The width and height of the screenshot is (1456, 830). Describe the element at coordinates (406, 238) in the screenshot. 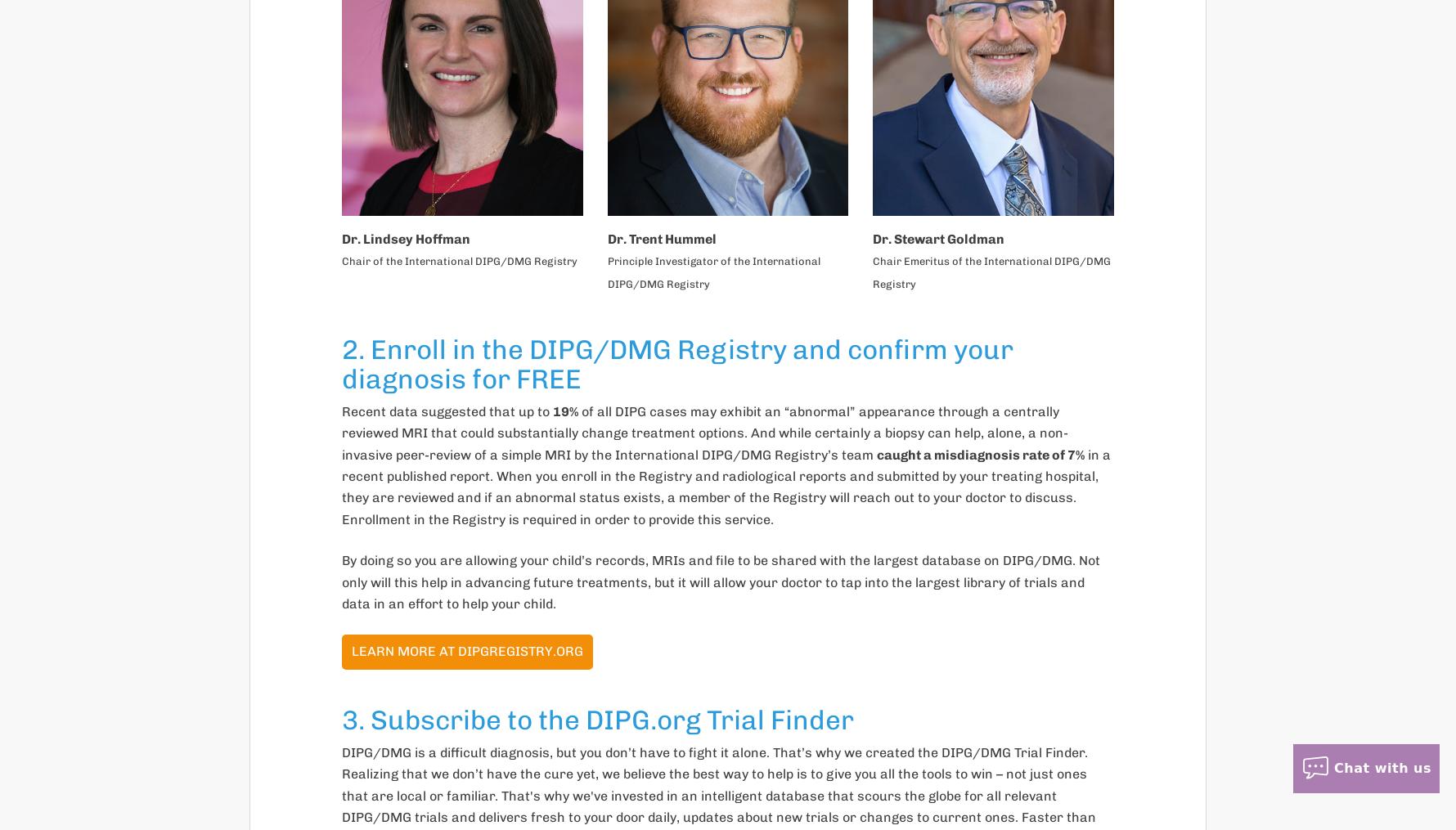

I see `'Dr. Lindsey Hoffman'` at that location.